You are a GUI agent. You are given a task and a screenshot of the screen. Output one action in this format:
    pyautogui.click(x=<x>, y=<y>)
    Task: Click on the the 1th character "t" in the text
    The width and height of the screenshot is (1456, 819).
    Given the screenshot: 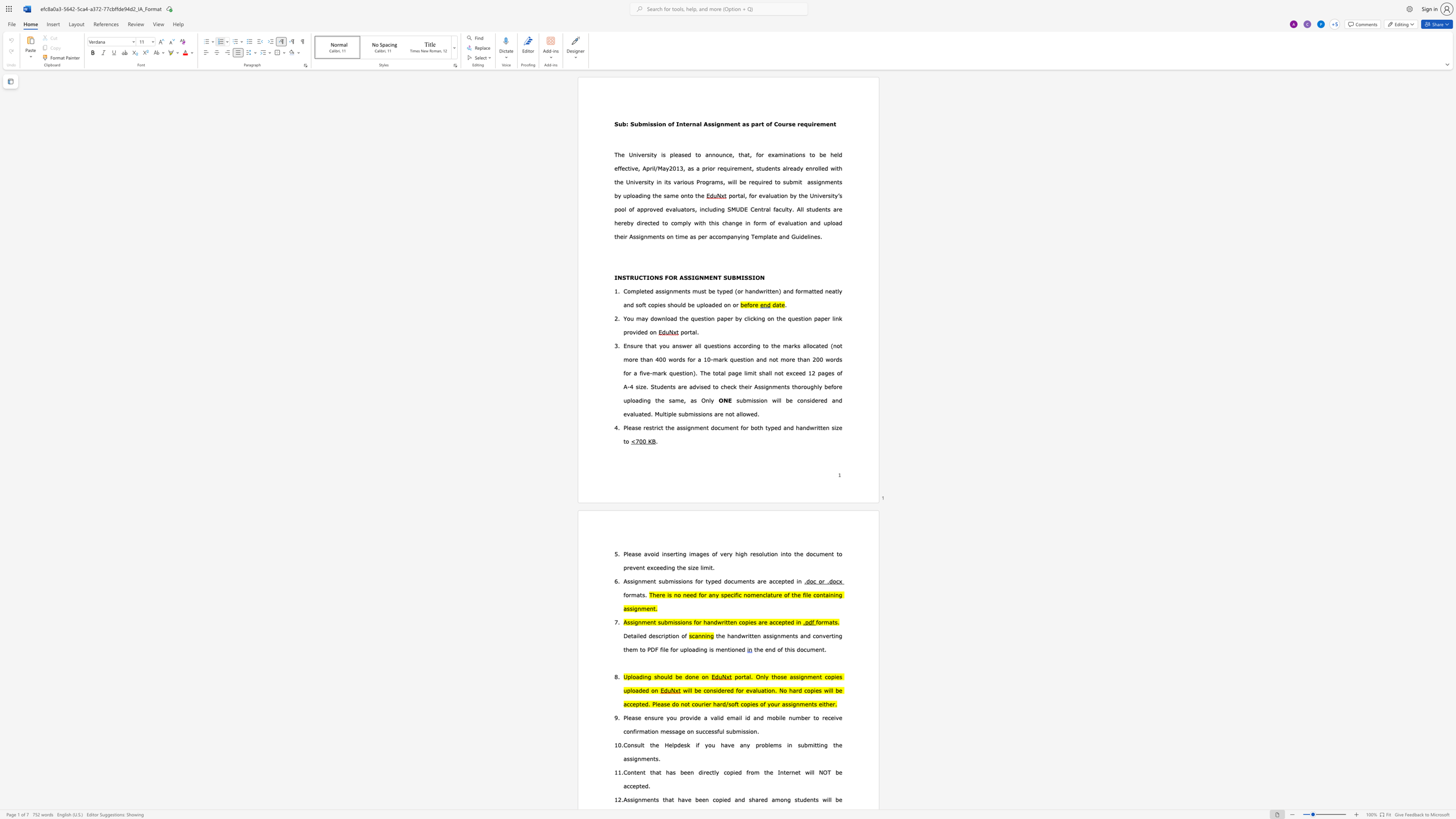 What is the action you would take?
    pyautogui.click(x=676, y=553)
    